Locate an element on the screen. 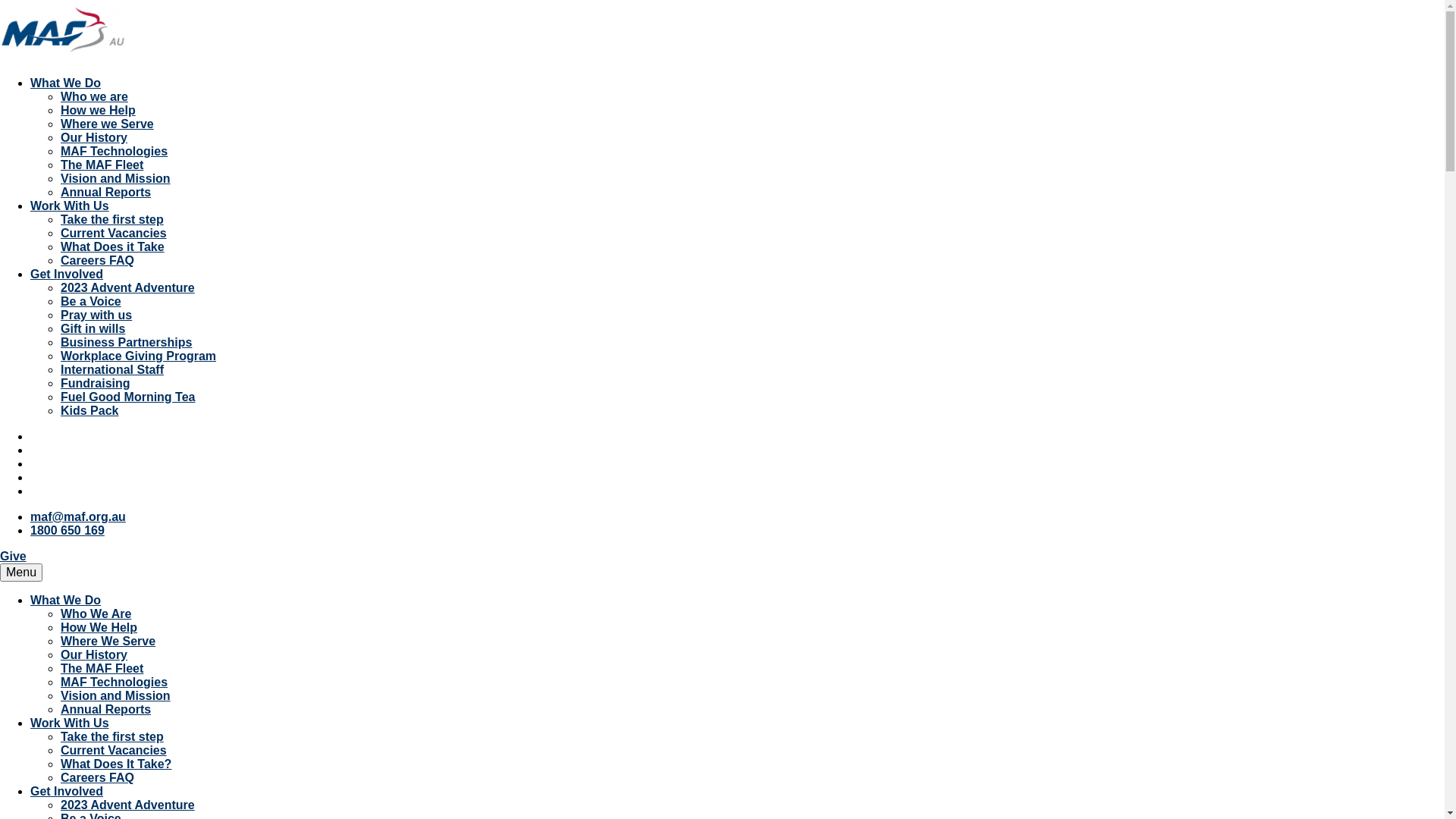 The image size is (1456, 819). 'Who We Are' is located at coordinates (95, 613).